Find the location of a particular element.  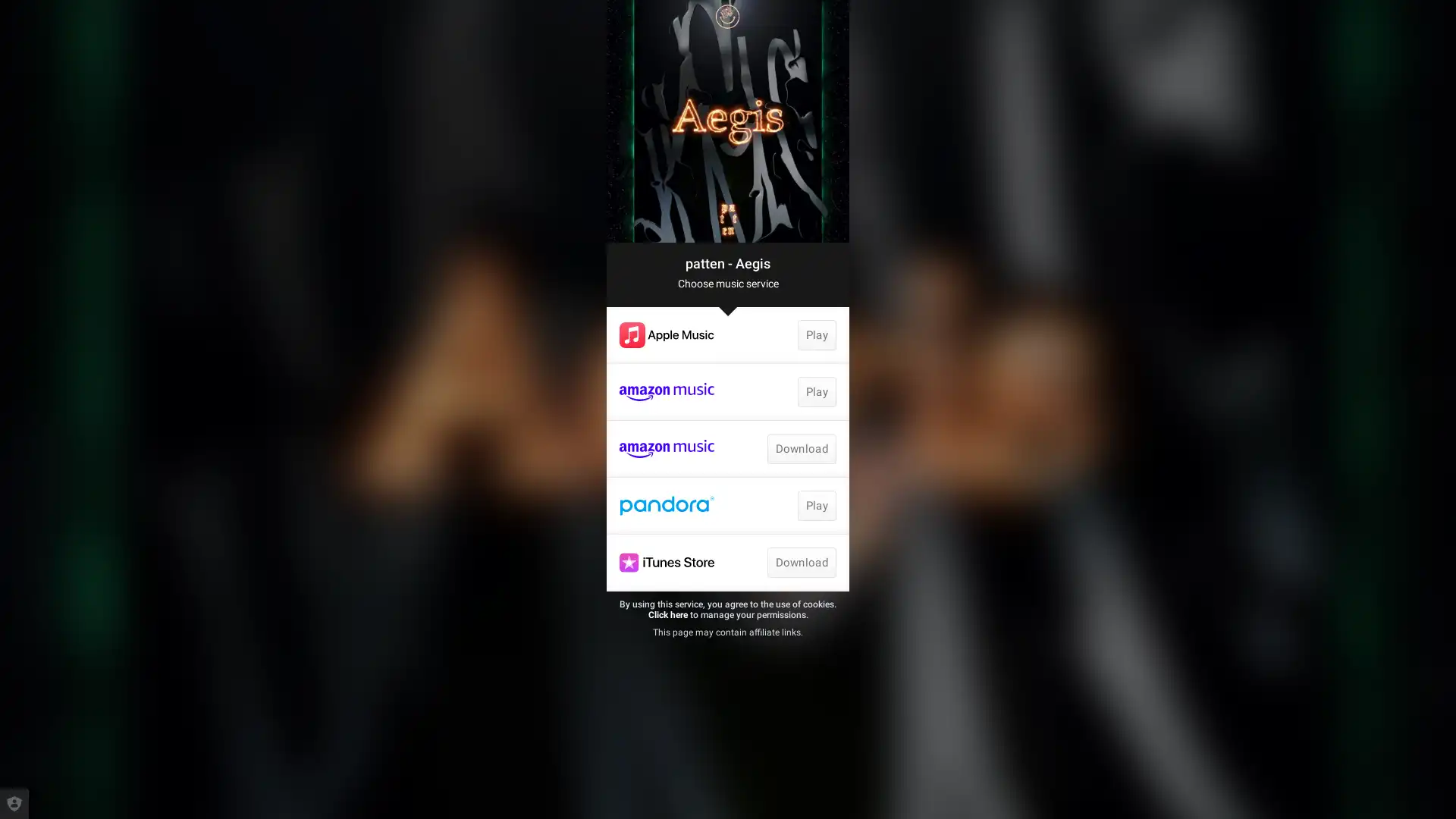

Download is located at coordinates (800, 562).